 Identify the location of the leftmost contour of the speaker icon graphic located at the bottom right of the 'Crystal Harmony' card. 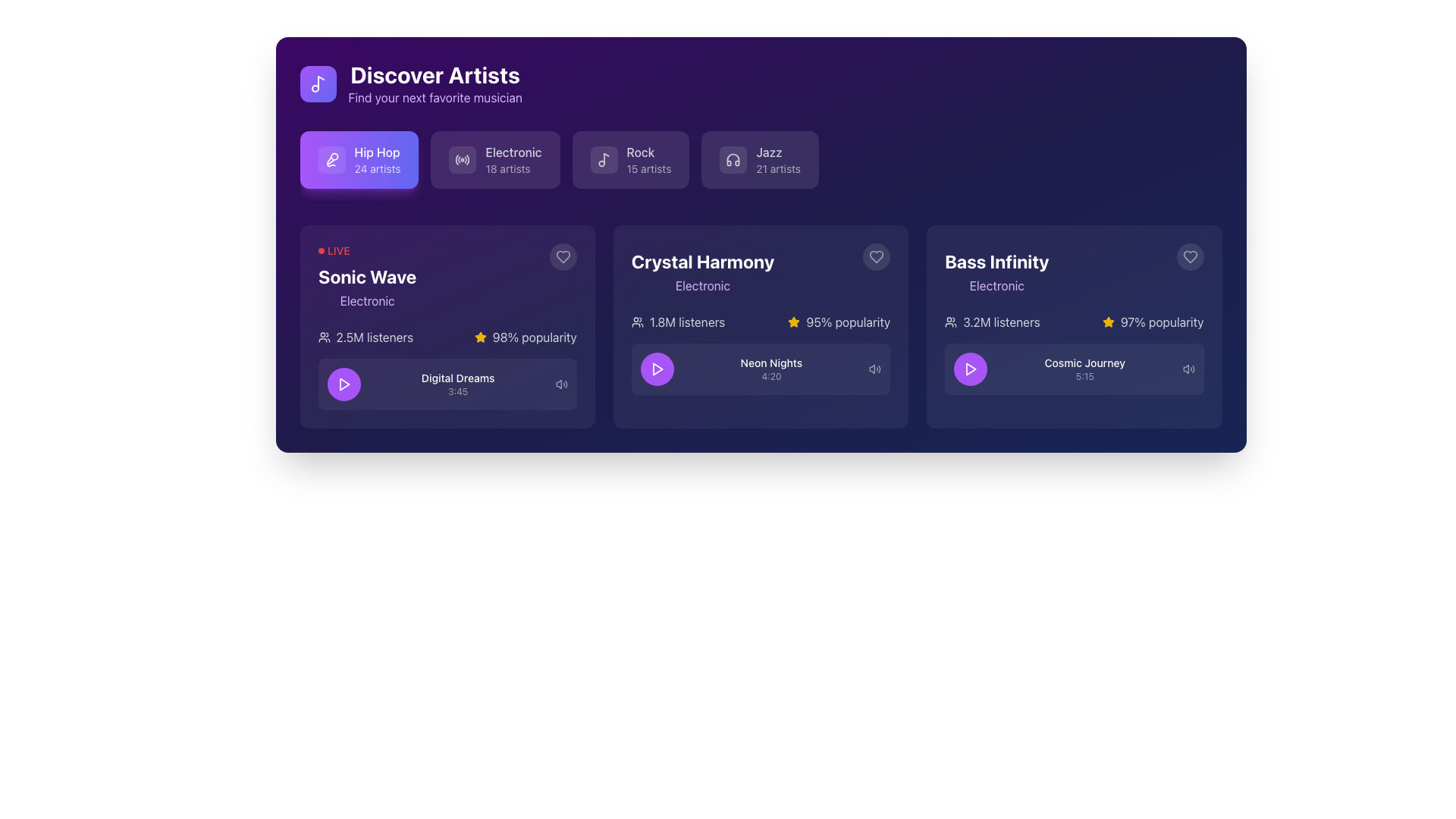
(872, 369).